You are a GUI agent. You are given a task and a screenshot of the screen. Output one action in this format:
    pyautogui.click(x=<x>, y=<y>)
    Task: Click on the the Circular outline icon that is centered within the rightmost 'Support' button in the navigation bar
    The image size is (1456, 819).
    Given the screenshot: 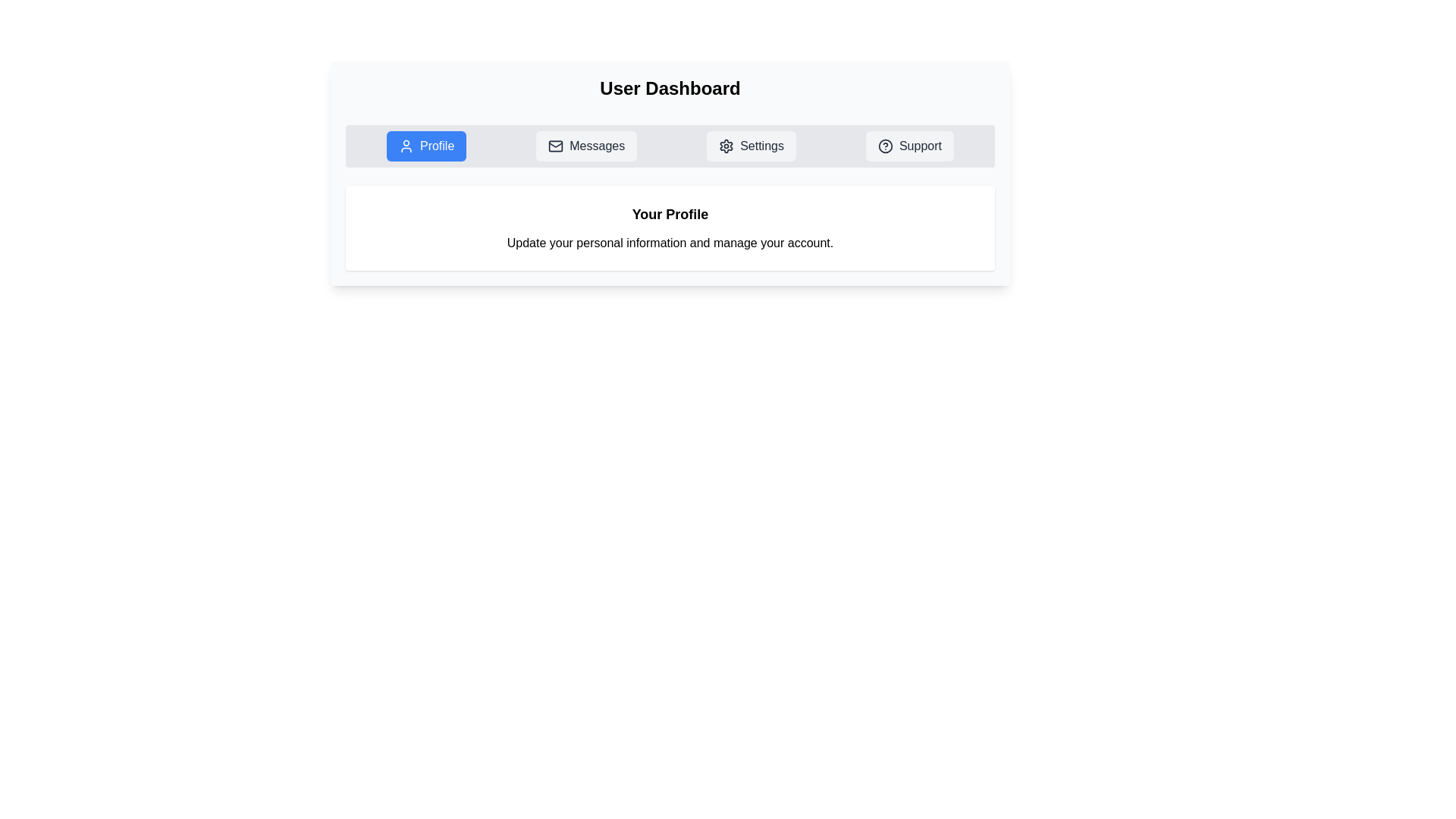 What is the action you would take?
    pyautogui.click(x=885, y=146)
    